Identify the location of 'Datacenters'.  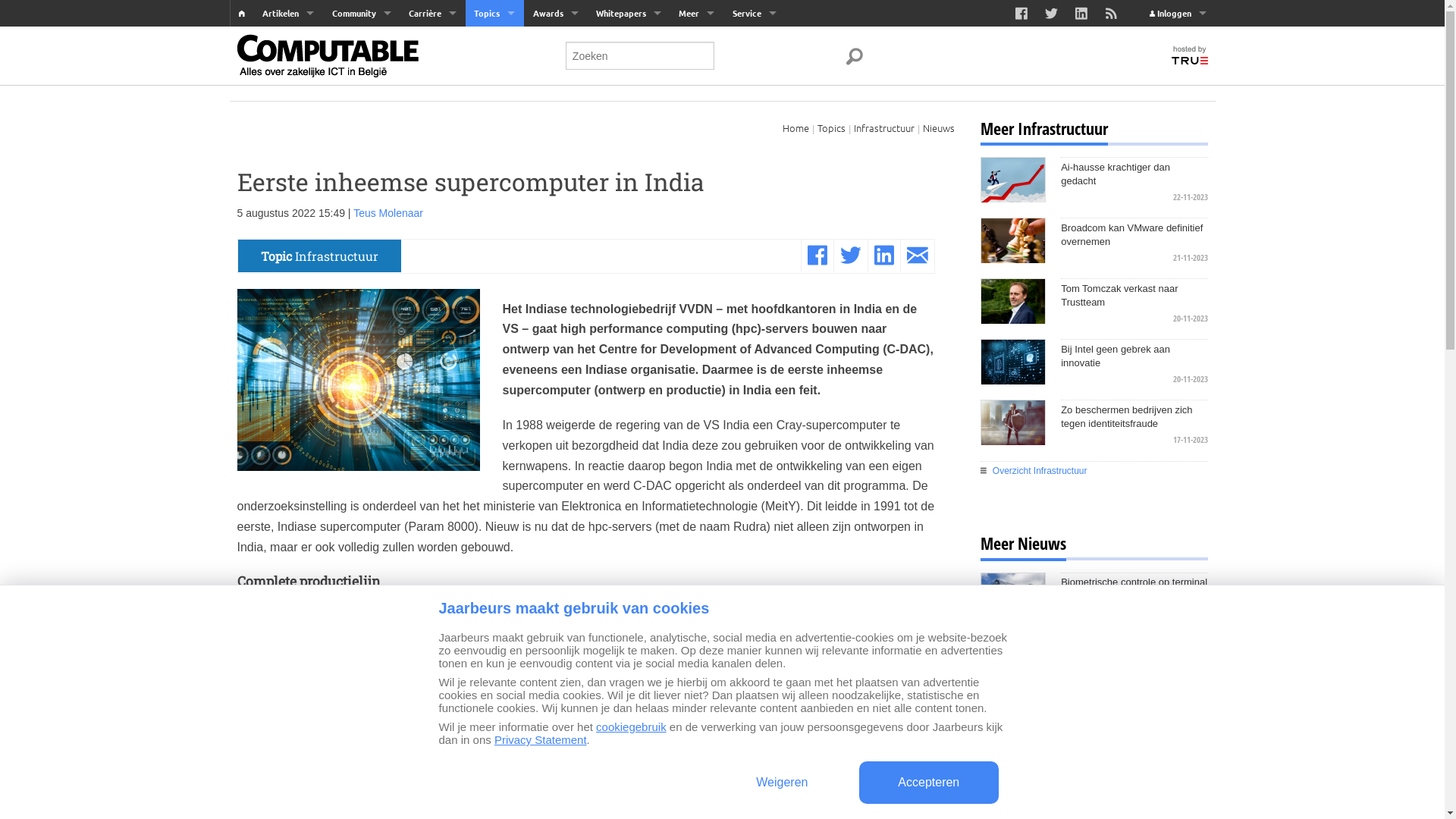
(494, 149).